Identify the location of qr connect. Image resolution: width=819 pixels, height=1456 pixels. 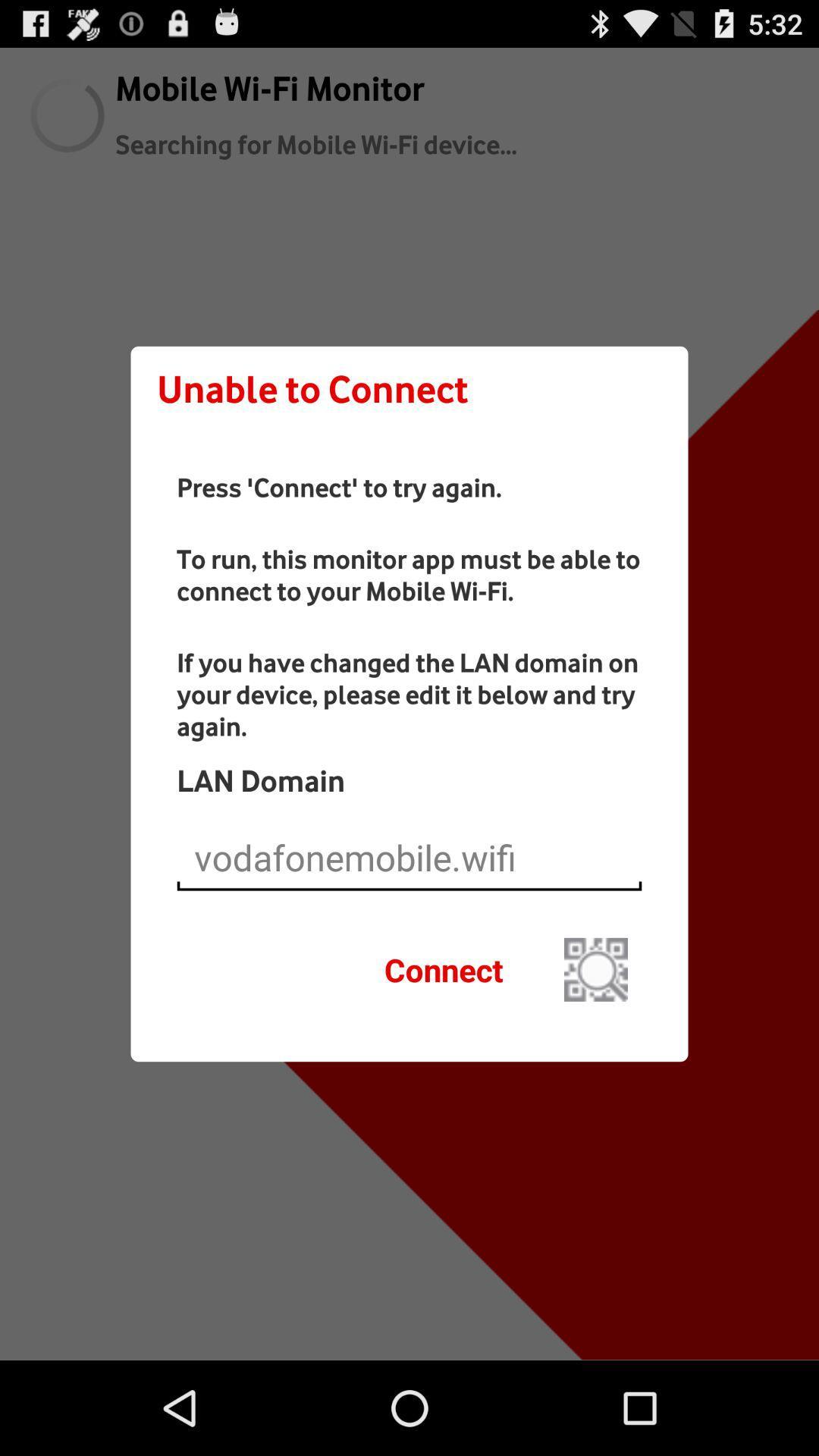
(595, 968).